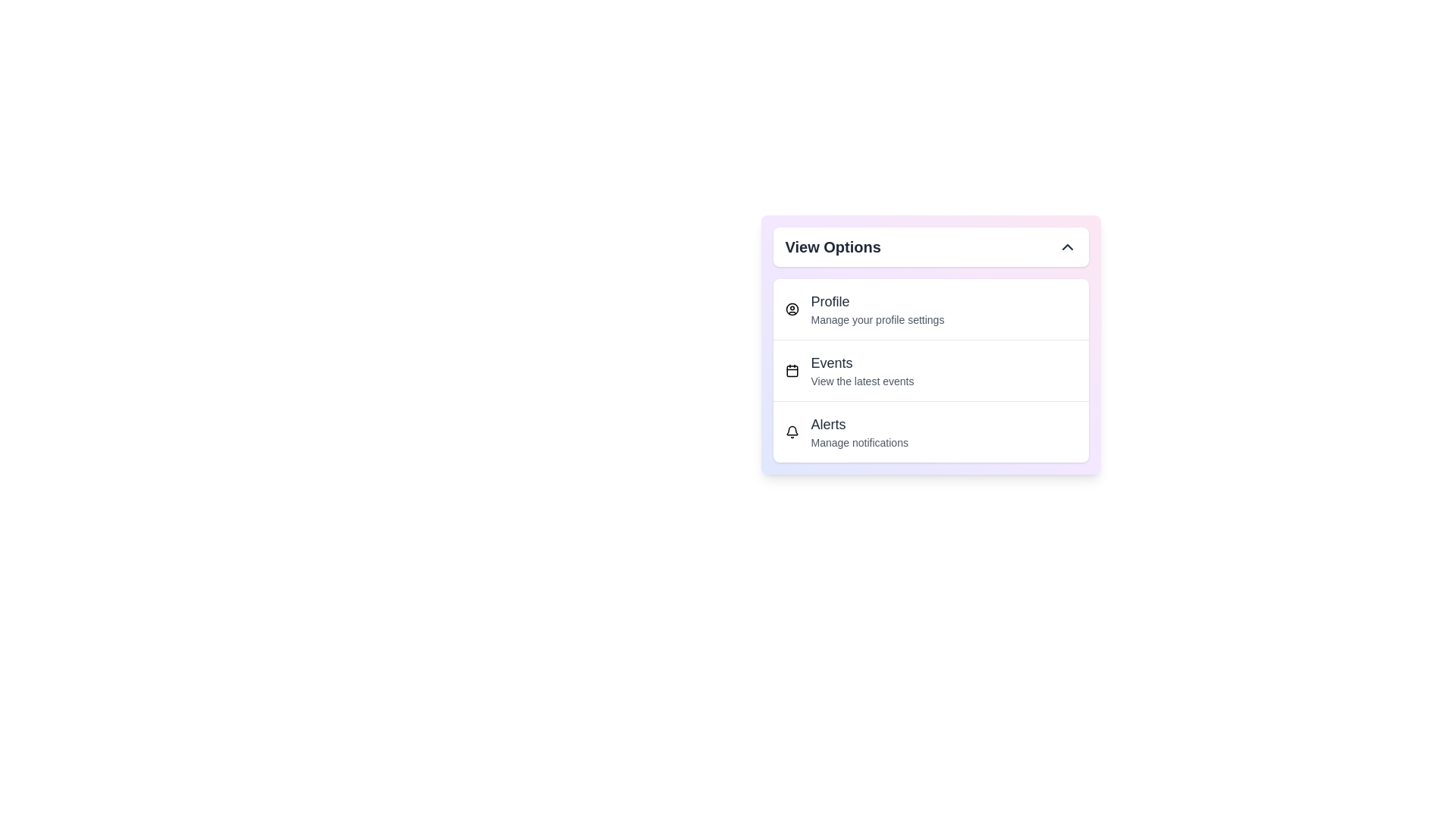 The width and height of the screenshot is (1456, 819). What do you see at coordinates (810, 291) in the screenshot?
I see `the text 'Profile' in the dropdown menu` at bounding box center [810, 291].